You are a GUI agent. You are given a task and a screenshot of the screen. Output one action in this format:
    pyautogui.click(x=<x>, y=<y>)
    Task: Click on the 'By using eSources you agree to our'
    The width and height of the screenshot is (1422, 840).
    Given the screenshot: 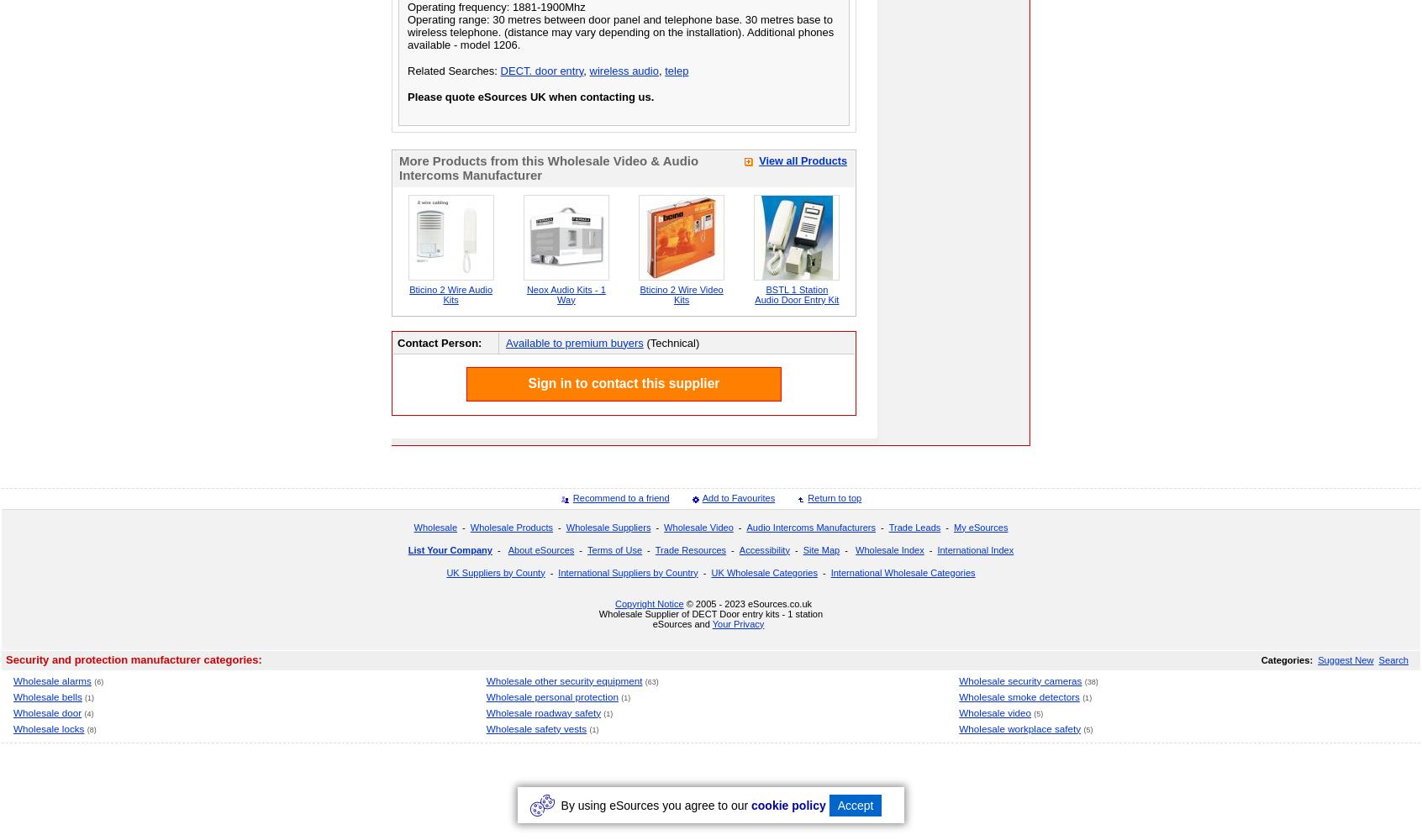 What is the action you would take?
    pyautogui.click(x=656, y=805)
    